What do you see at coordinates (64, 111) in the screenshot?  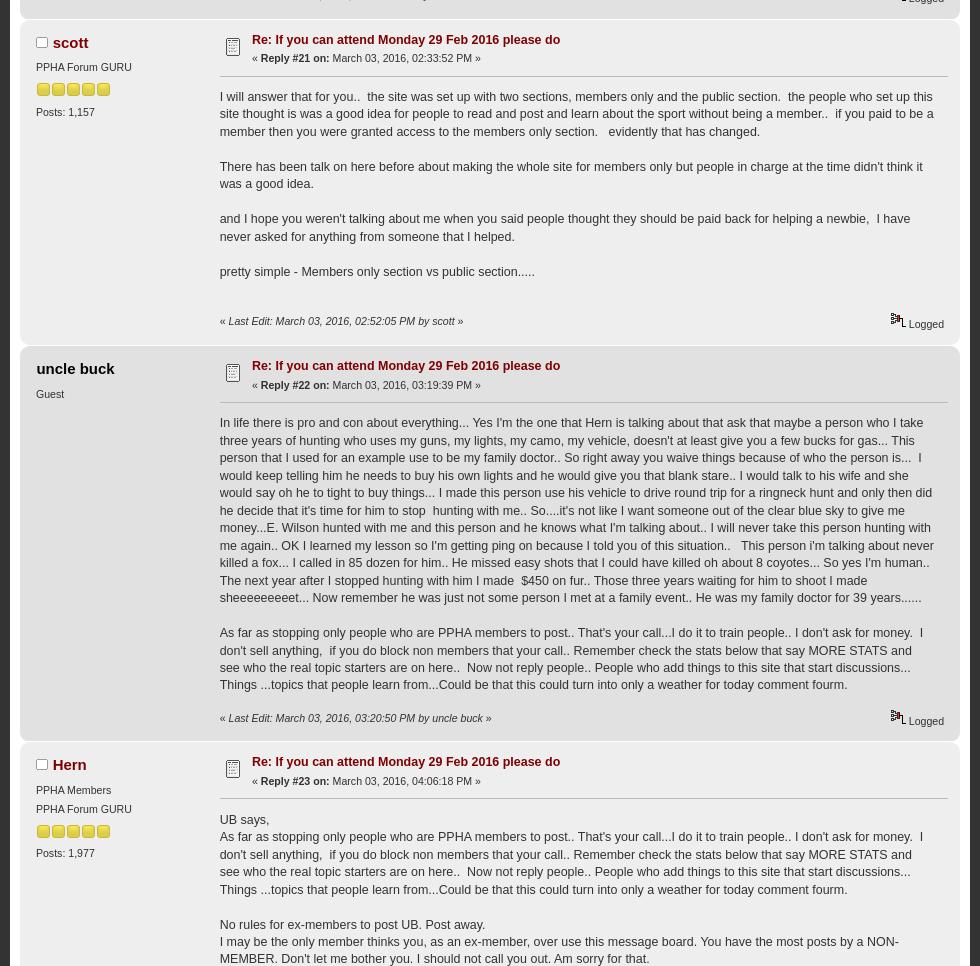 I see `'Posts: 1,157'` at bounding box center [64, 111].